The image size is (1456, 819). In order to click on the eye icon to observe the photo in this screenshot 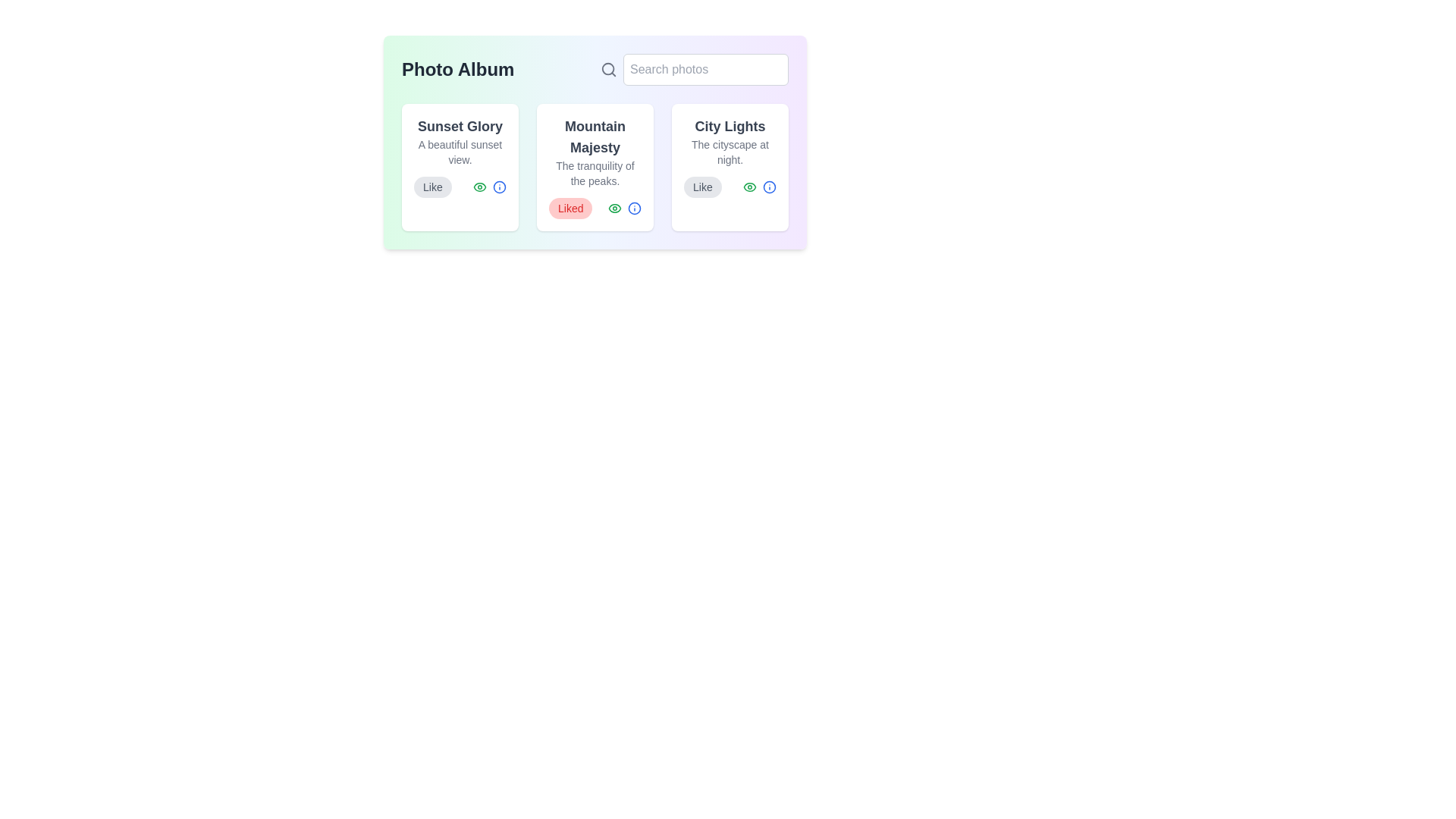, I will do `click(479, 186)`.